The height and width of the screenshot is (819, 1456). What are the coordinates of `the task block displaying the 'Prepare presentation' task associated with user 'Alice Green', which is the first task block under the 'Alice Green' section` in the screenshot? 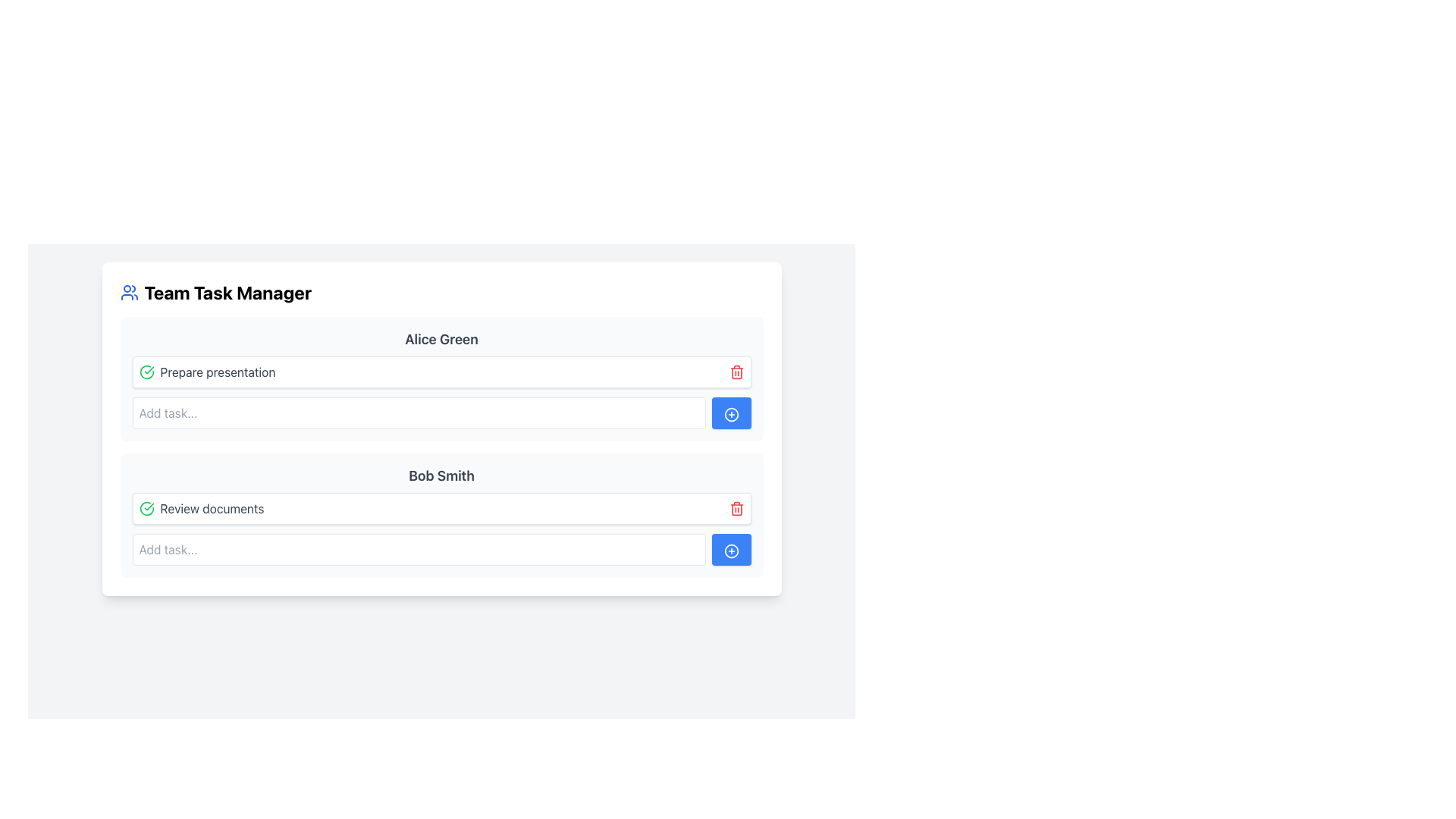 It's located at (441, 378).